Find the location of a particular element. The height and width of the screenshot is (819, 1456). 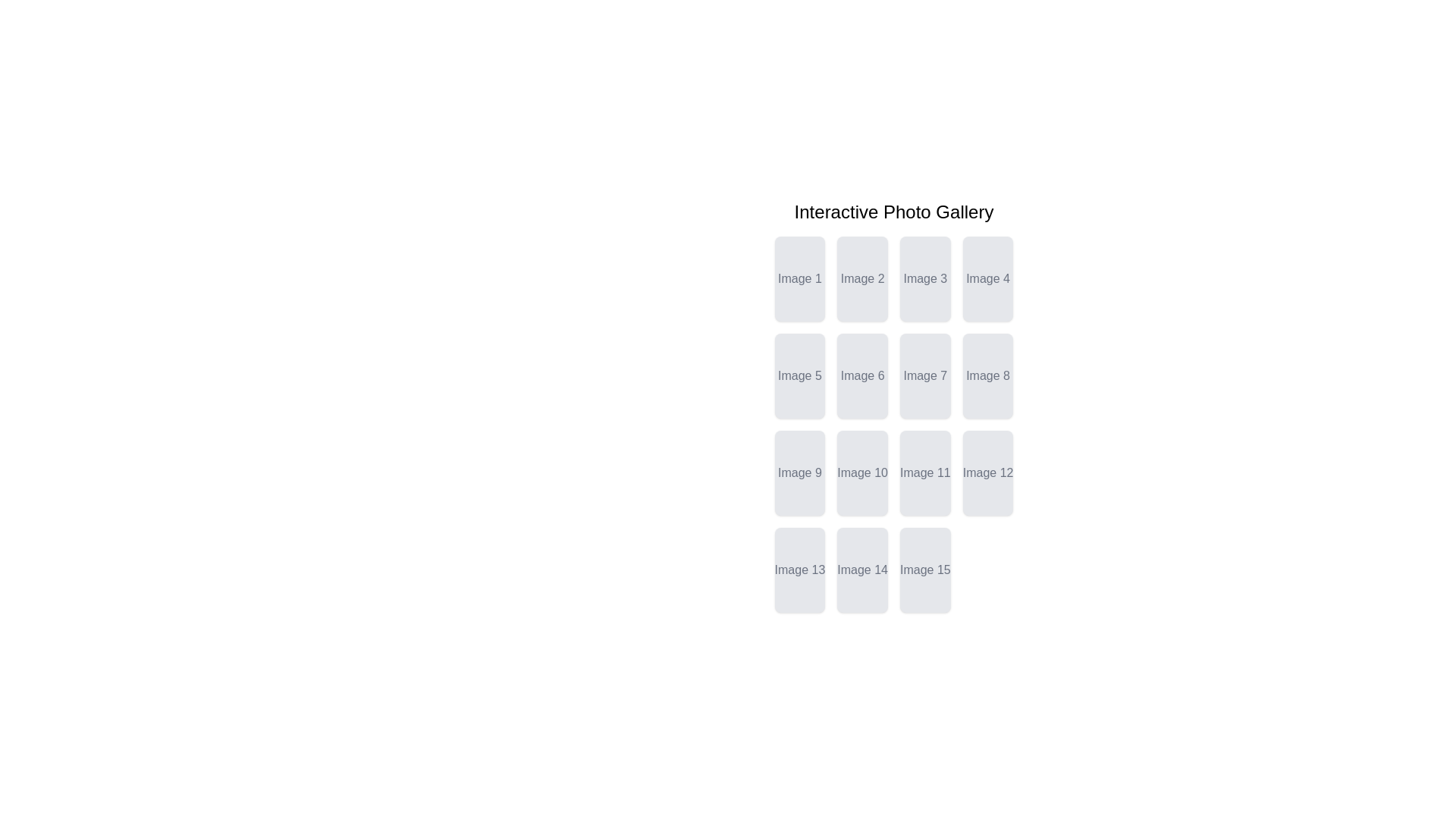

the 'Image 14' card in the visual grid is located at coordinates (862, 570).